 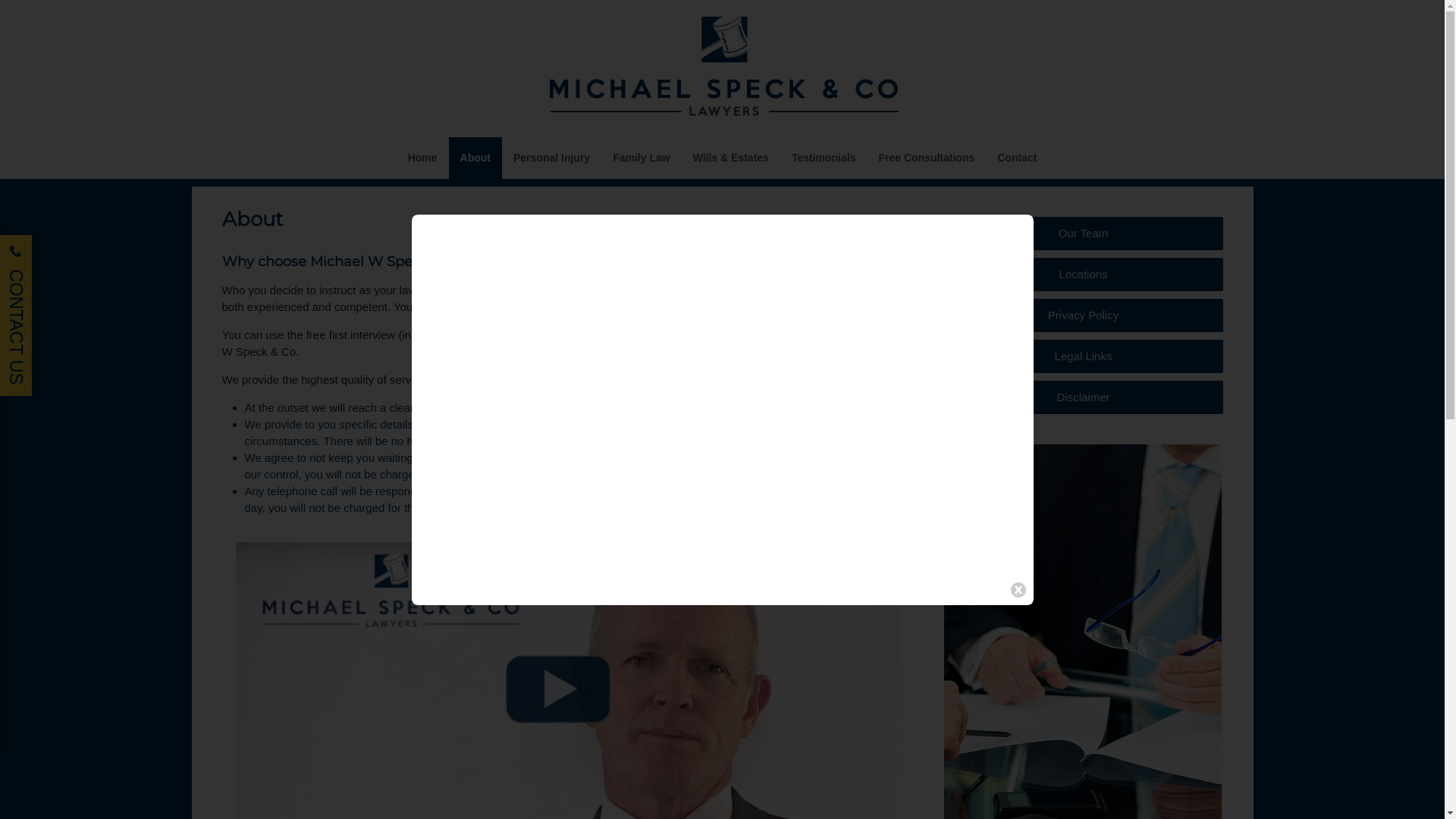 I want to click on 'Home', so click(x=422, y=158).